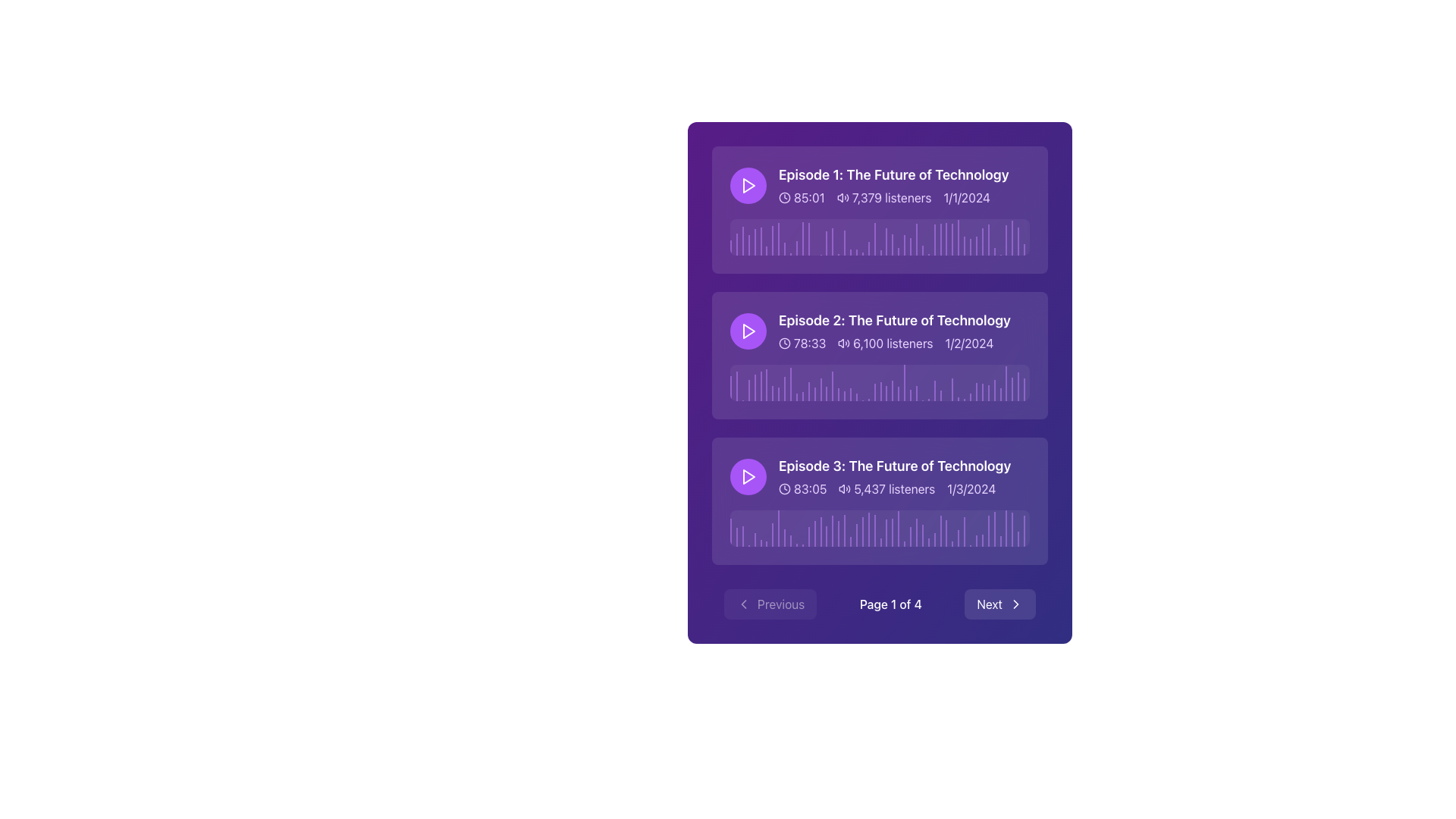 This screenshot has height=819, width=1456. I want to click on the translucent purple vertical bar located in the middle of the waveform display to interact with it, so click(874, 239).